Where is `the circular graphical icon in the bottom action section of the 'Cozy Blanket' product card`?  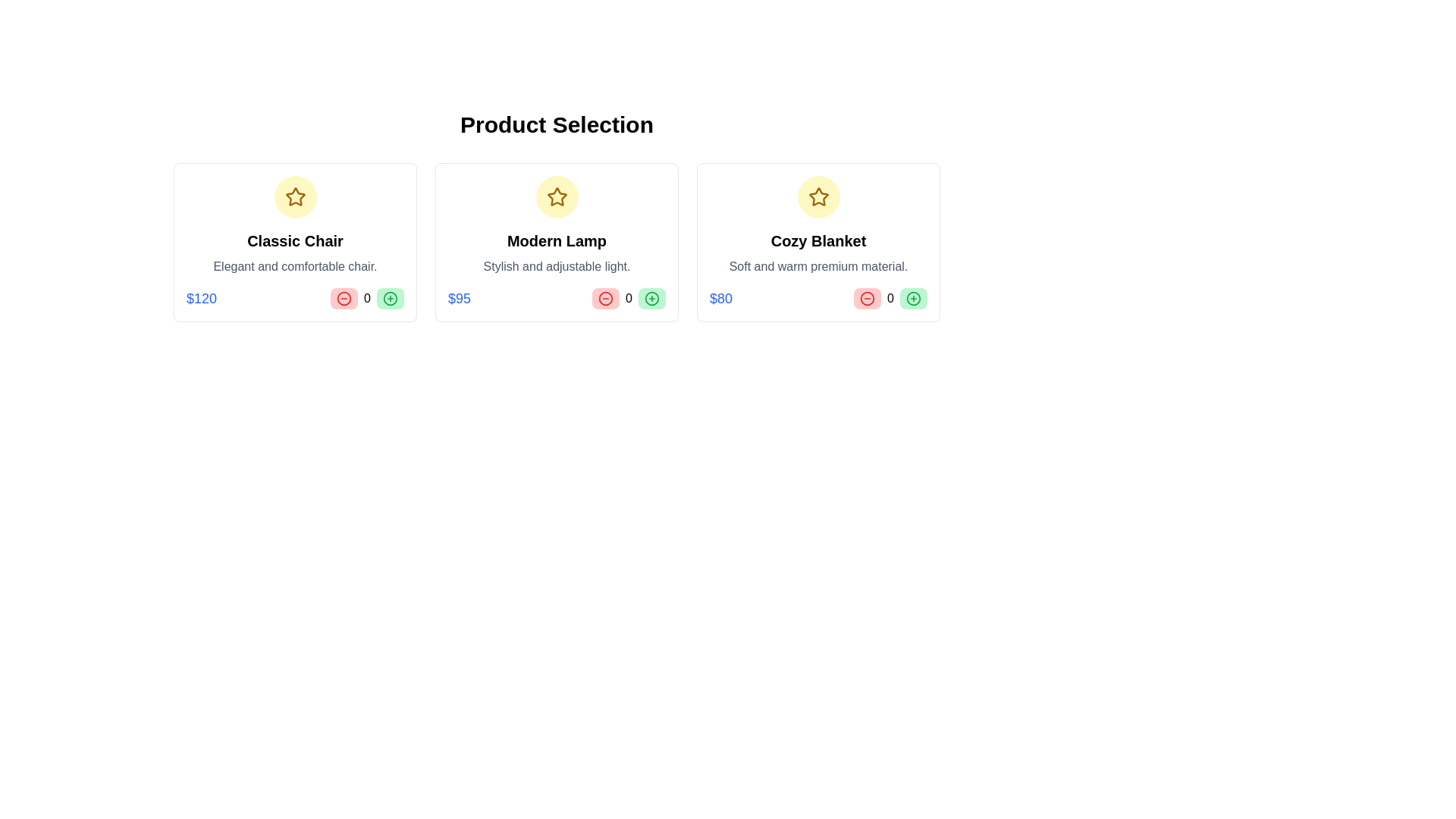
the circular graphical icon in the bottom action section of the 'Cozy Blanket' product card is located at coordinates (868, 298).